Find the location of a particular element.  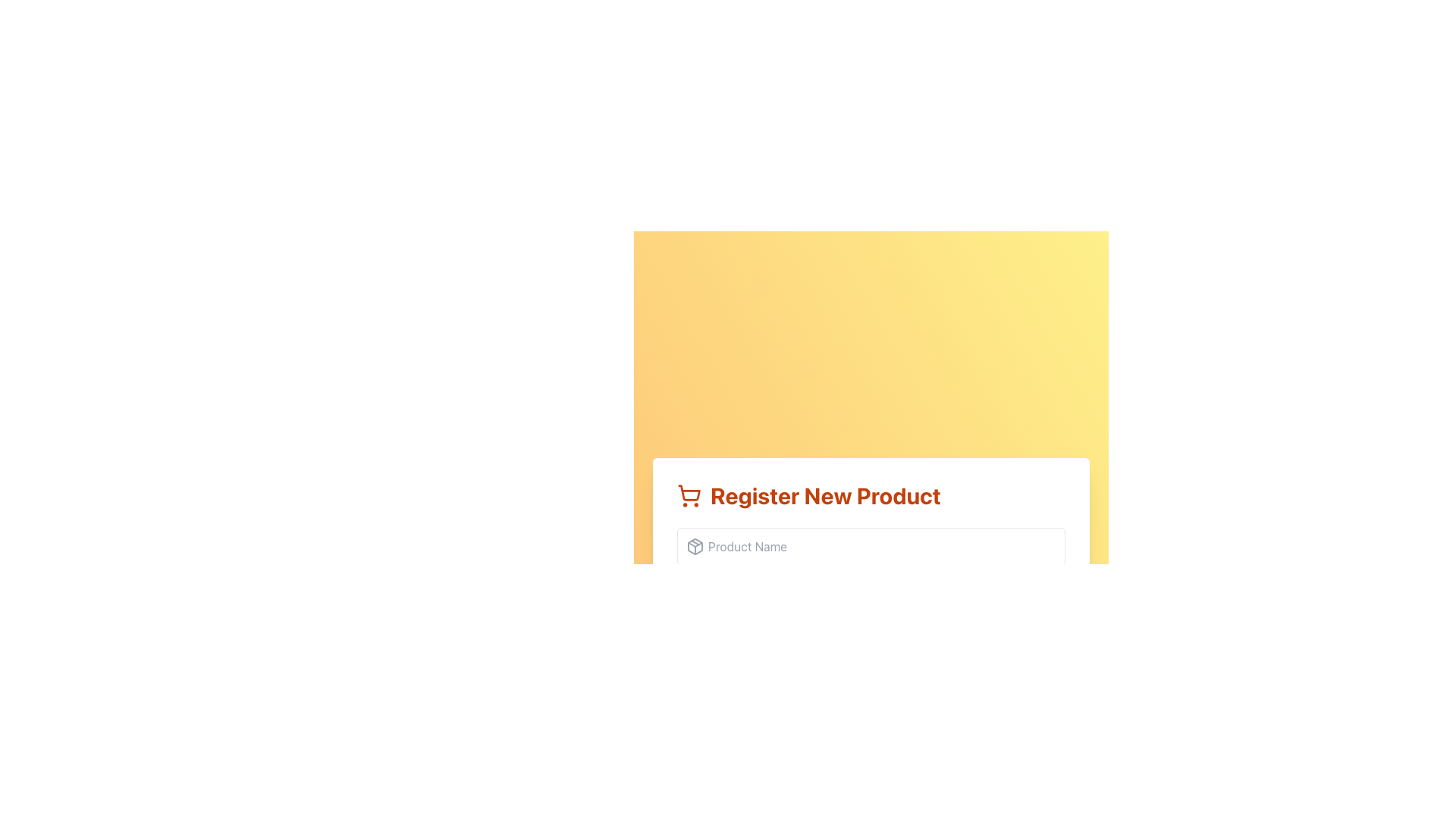

the package icon located in the top-left section of the 'Register New Product' card, which represents product or packaging-related concepts is located at coordinates (694, 546).